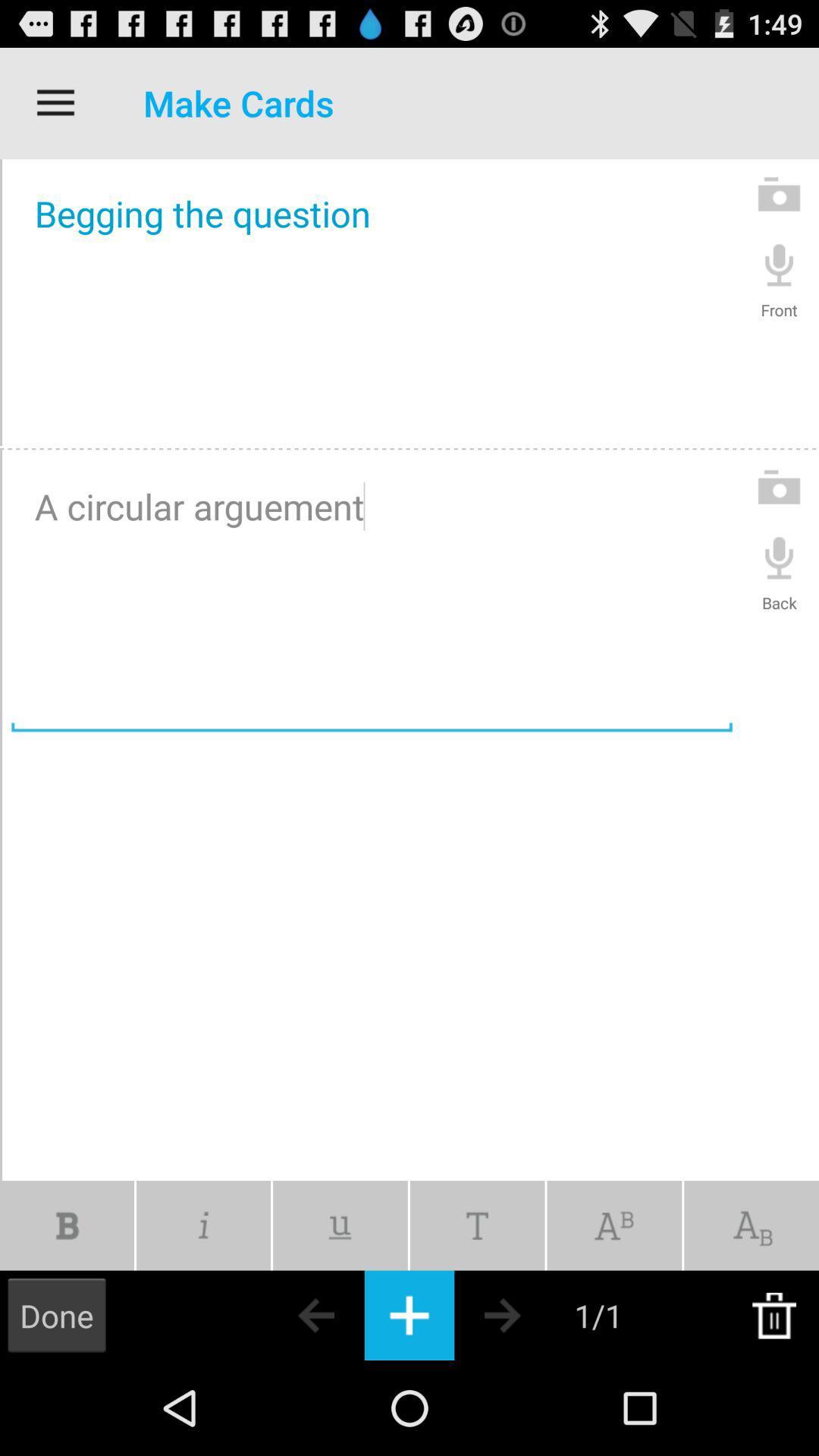 The height and width of the screenshot is (1456, 819). What do you see at coordinates (752, 1225) in the screenshot?
I see `subscript` at bounding box center [752, 1225].